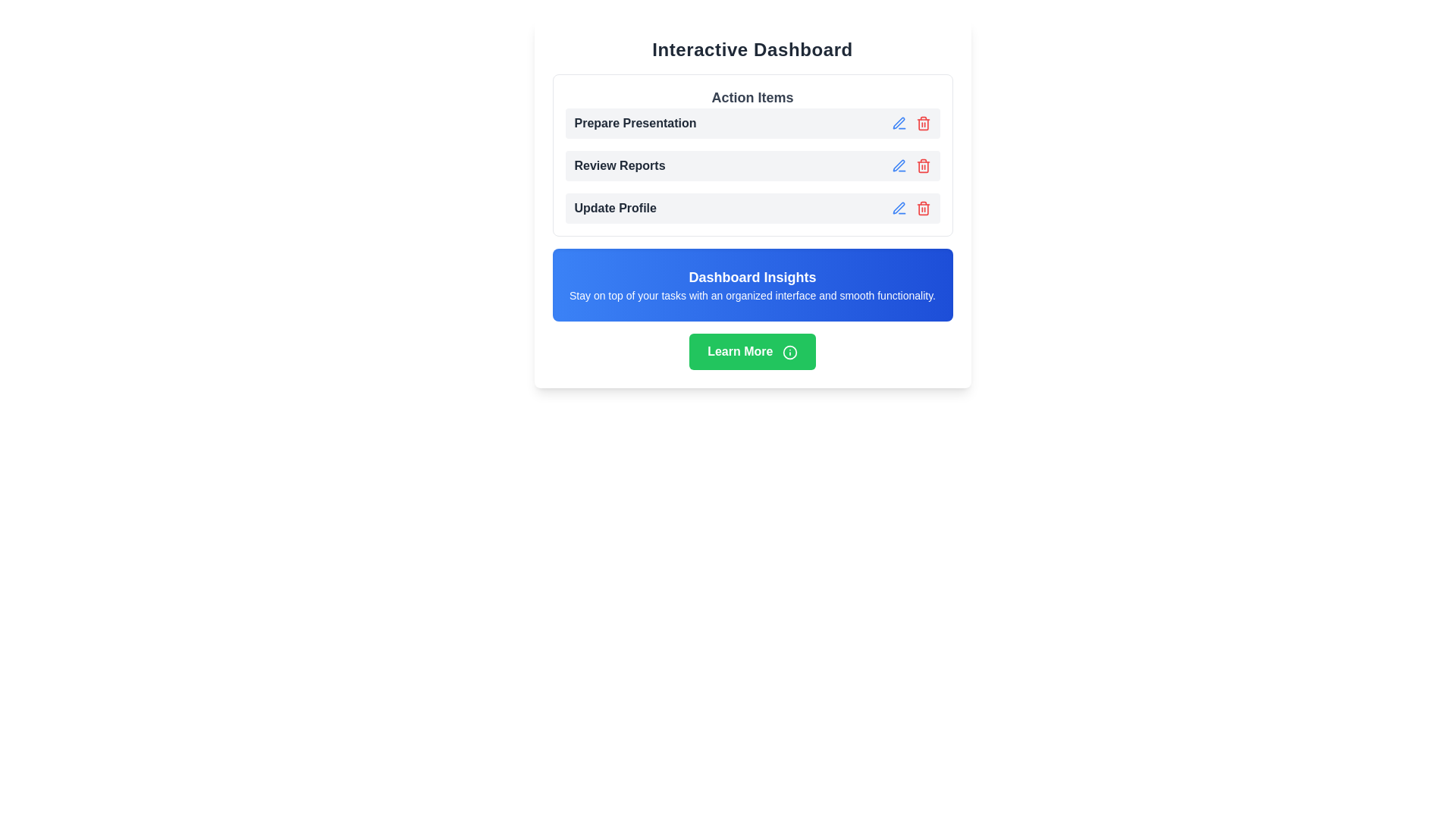  What do you see at coordinates (789, 352) in the screenshot?
I see `the informational icon located to the right of the 'Learn More' button` at bounding box center [789, 352].